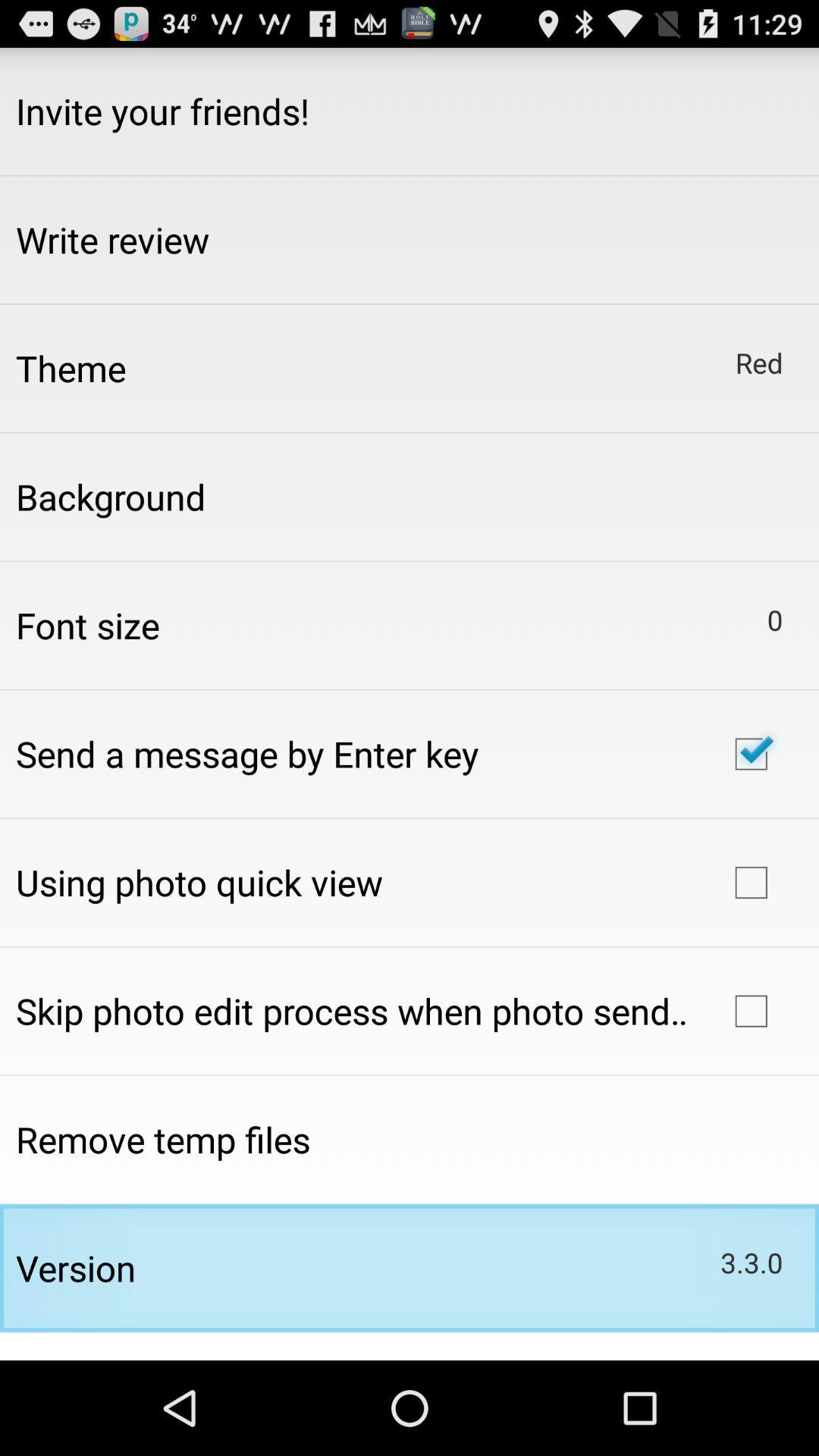 The height and width of the screenshot is (1456, 819). What do you see at coordinates (351, 1011) in the screenshot?
I see `the skip photo edit item` at bounding box center [351, 1011].